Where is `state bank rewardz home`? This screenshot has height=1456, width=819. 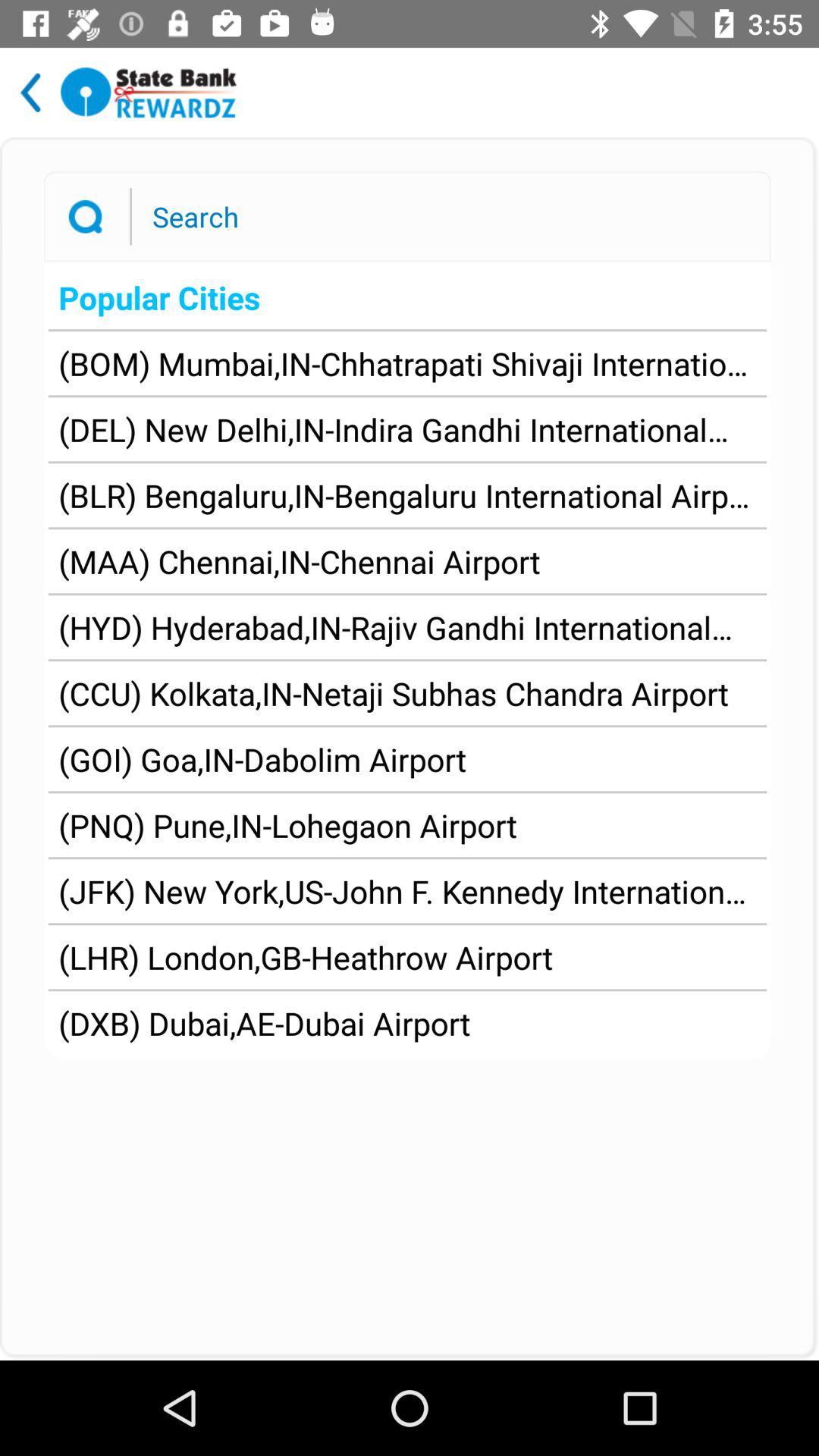
state bank rewardz home is located at coordinates (149, 92).